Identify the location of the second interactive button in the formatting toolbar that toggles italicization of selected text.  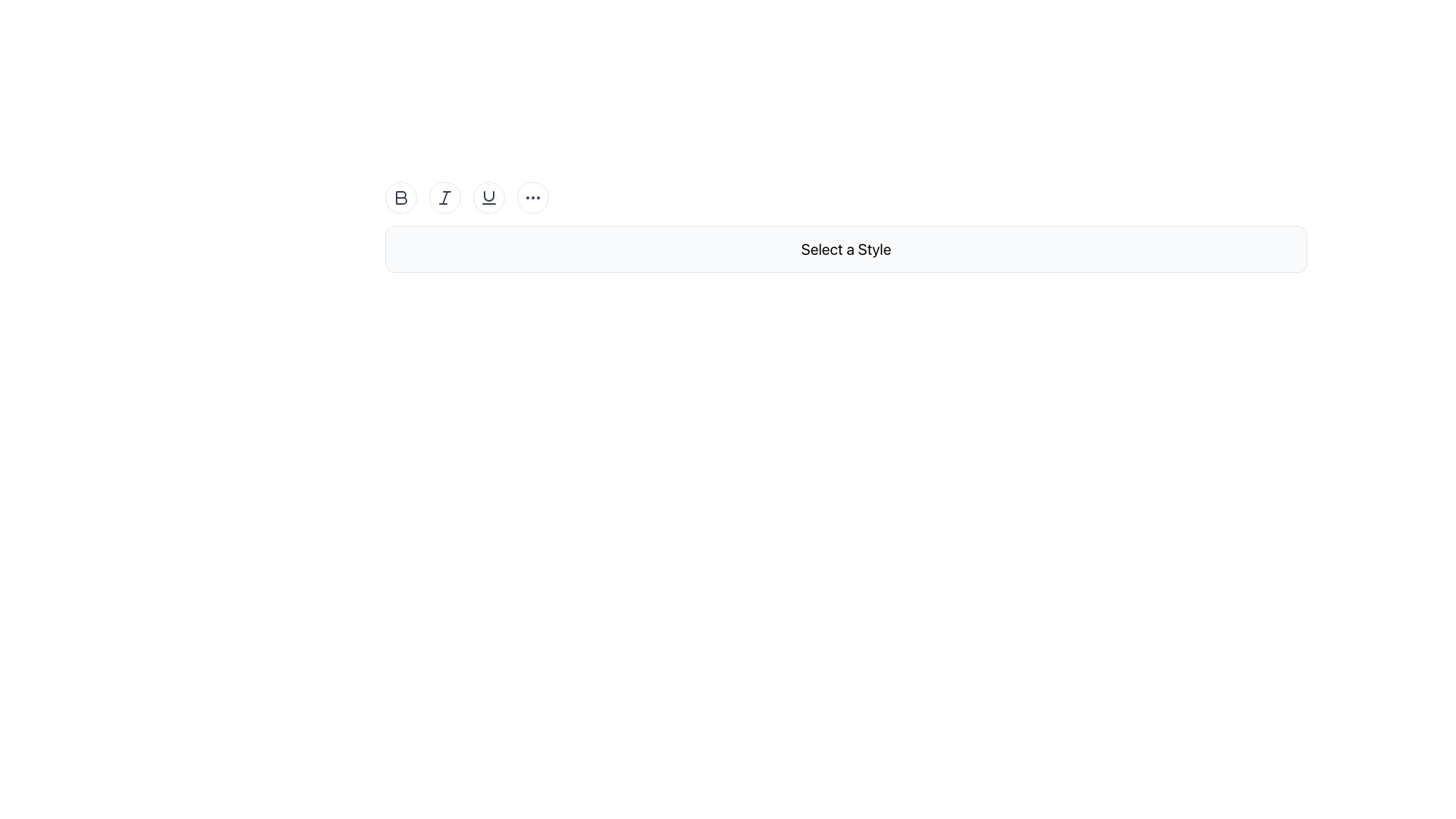
(444, 197).